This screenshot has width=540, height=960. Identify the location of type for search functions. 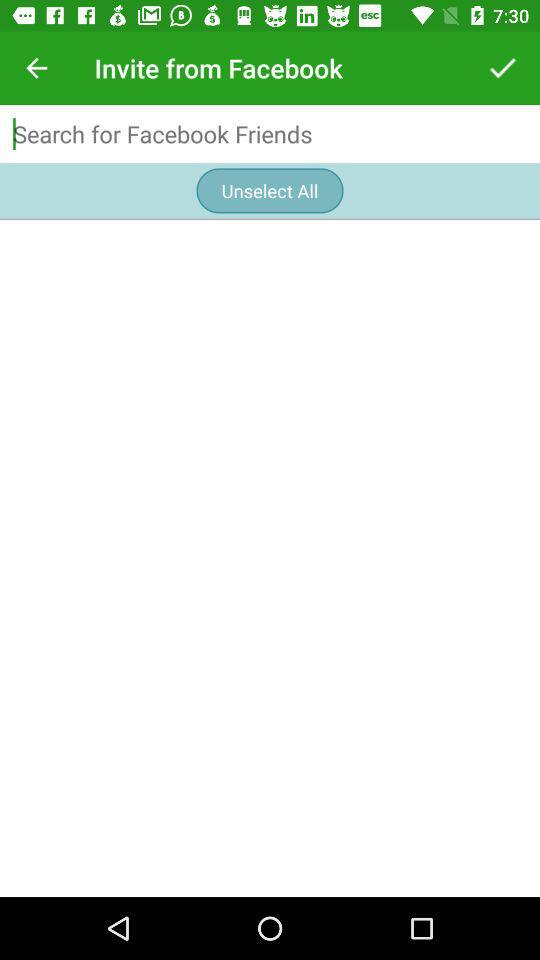
(270, 133).